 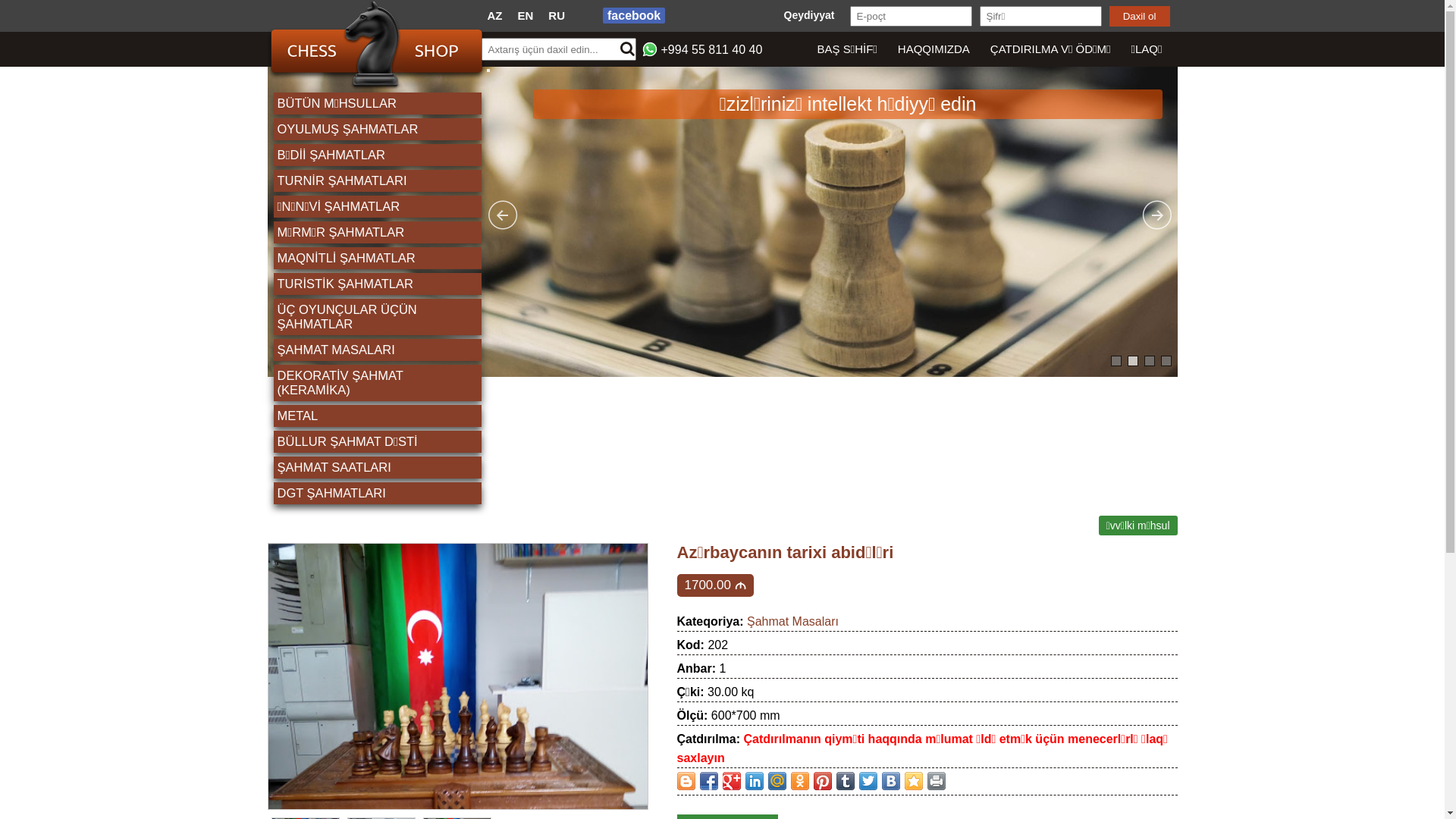 What do you see at coordinates (821, 780) in the screenshot?
I see `'Pin It'` at bounding box center [821, 780].